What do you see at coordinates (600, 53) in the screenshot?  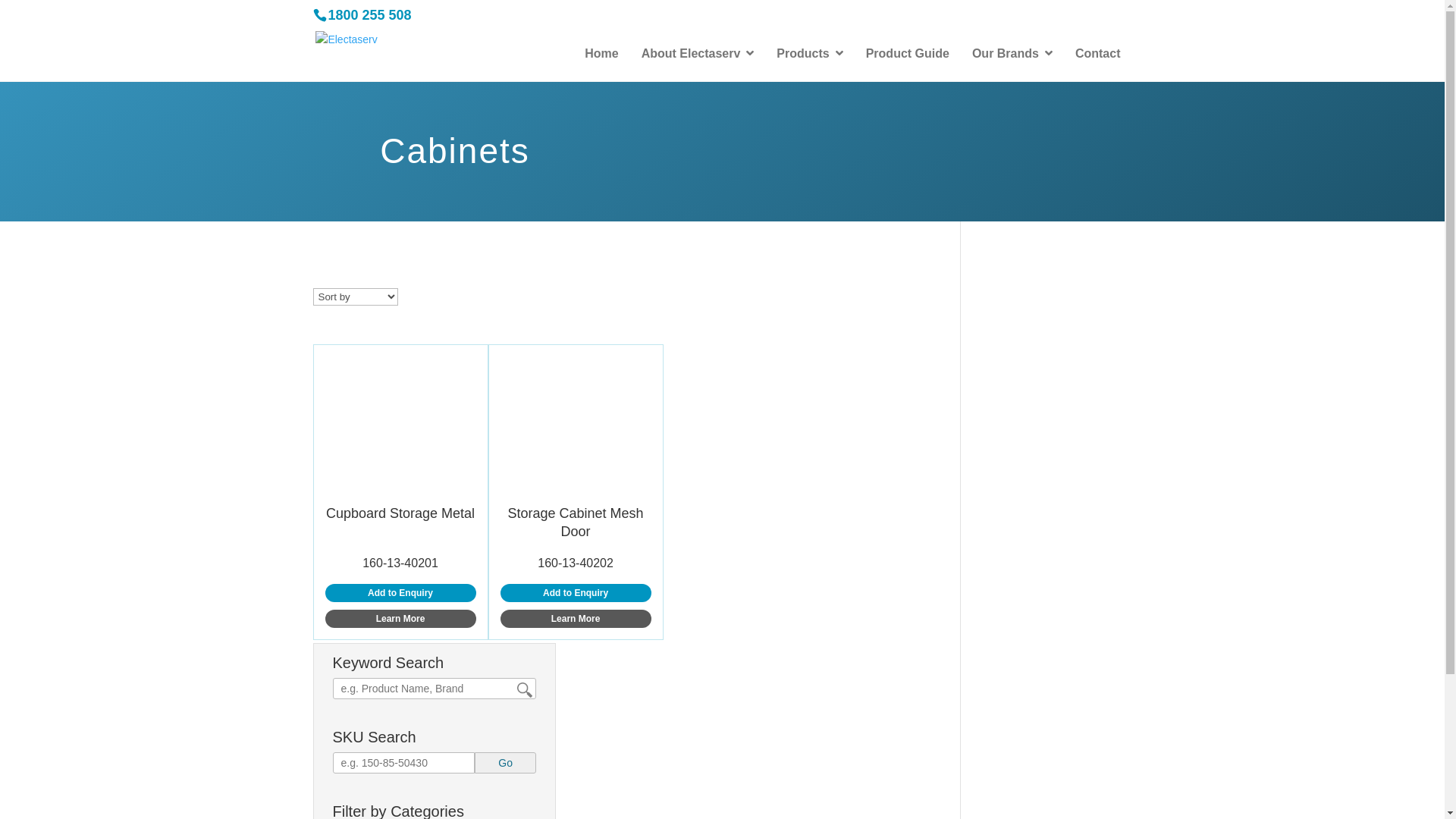 I see `'Home'` at bounding box center [600, 53].